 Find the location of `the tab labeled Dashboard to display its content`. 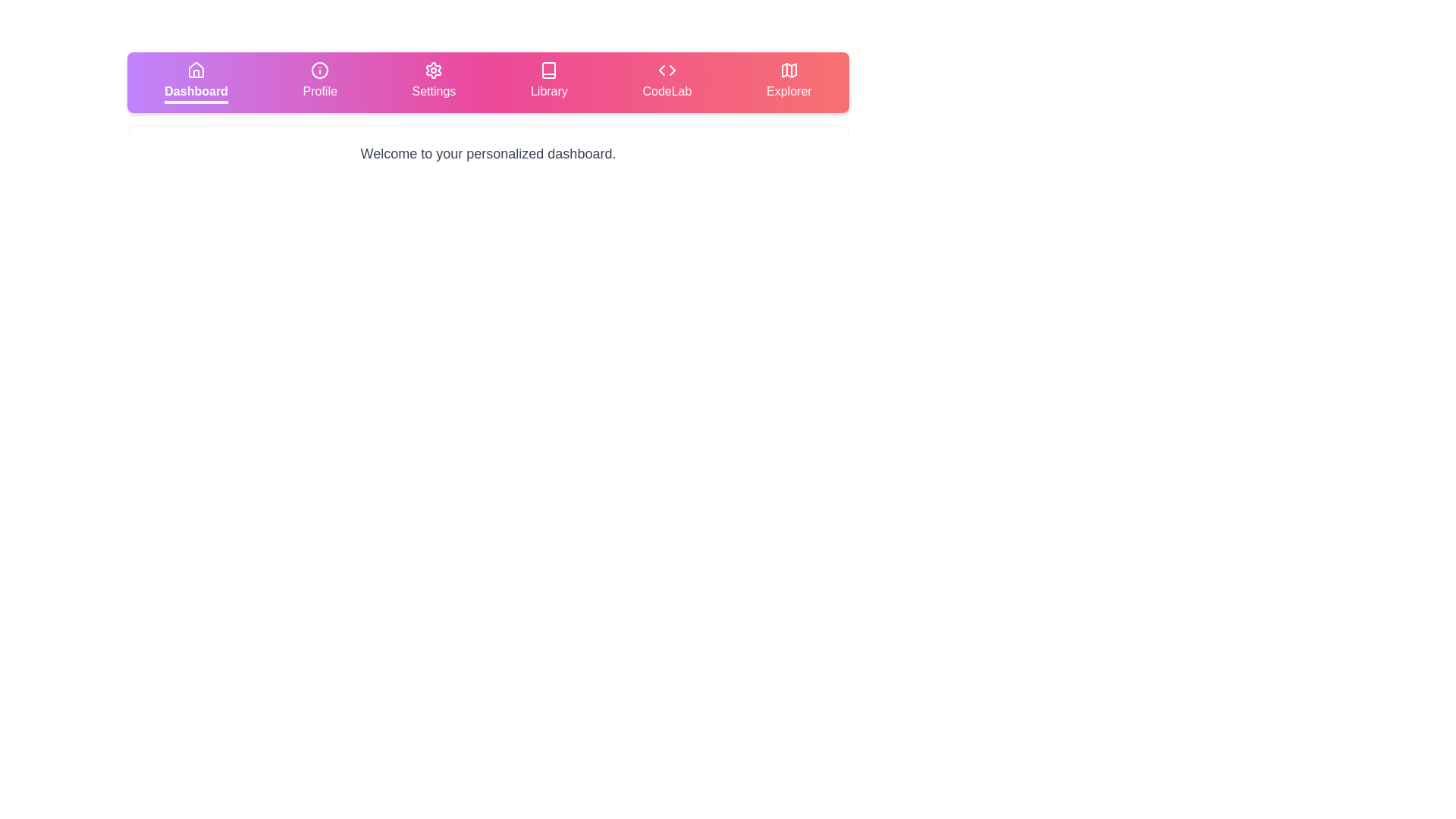

the tab labeled Dashboard to display its content is located at coordinates (196, 82).